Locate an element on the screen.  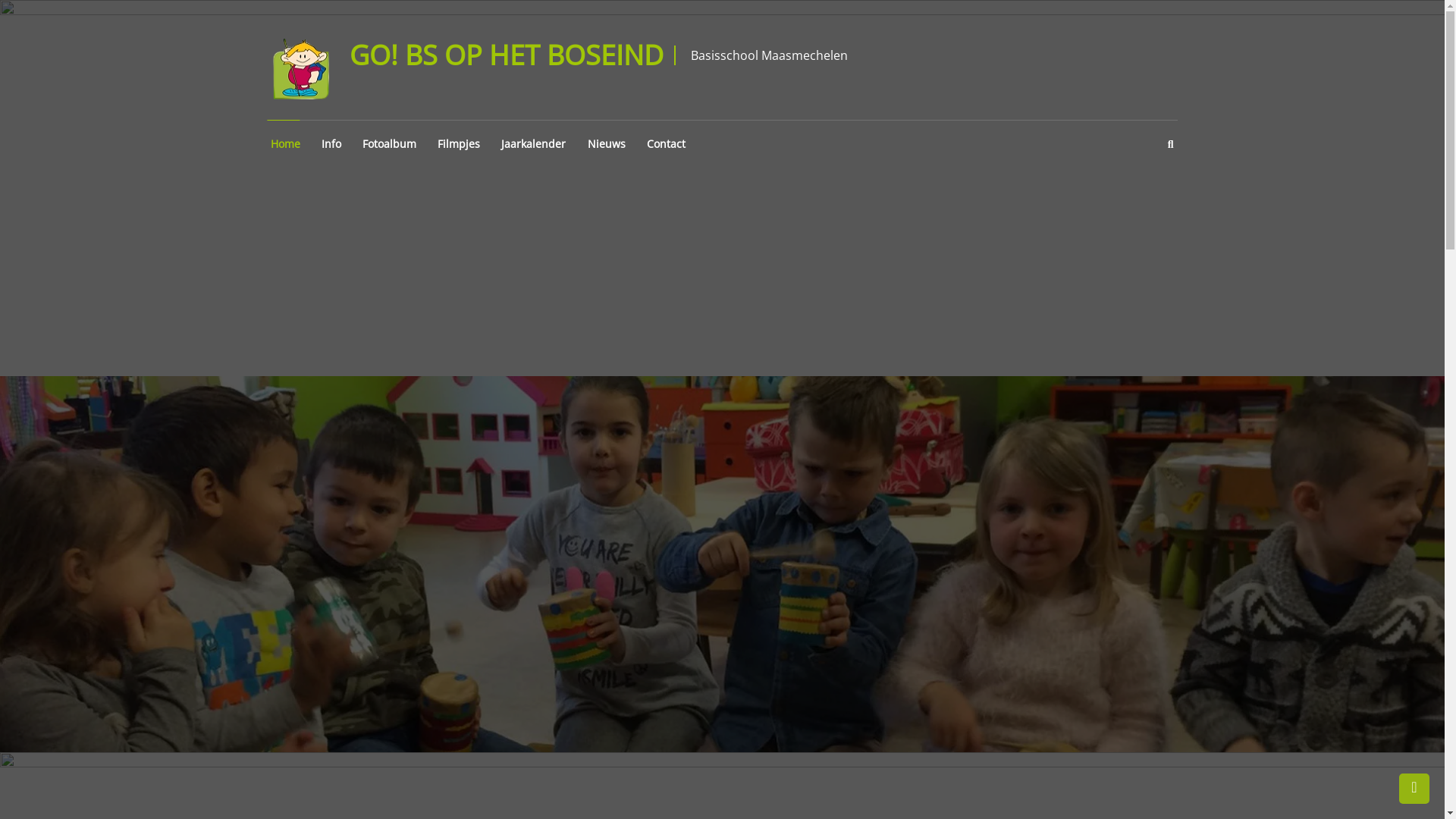
'GO! BS OP HET BOSEIND' is located at coordinates (506, 54).